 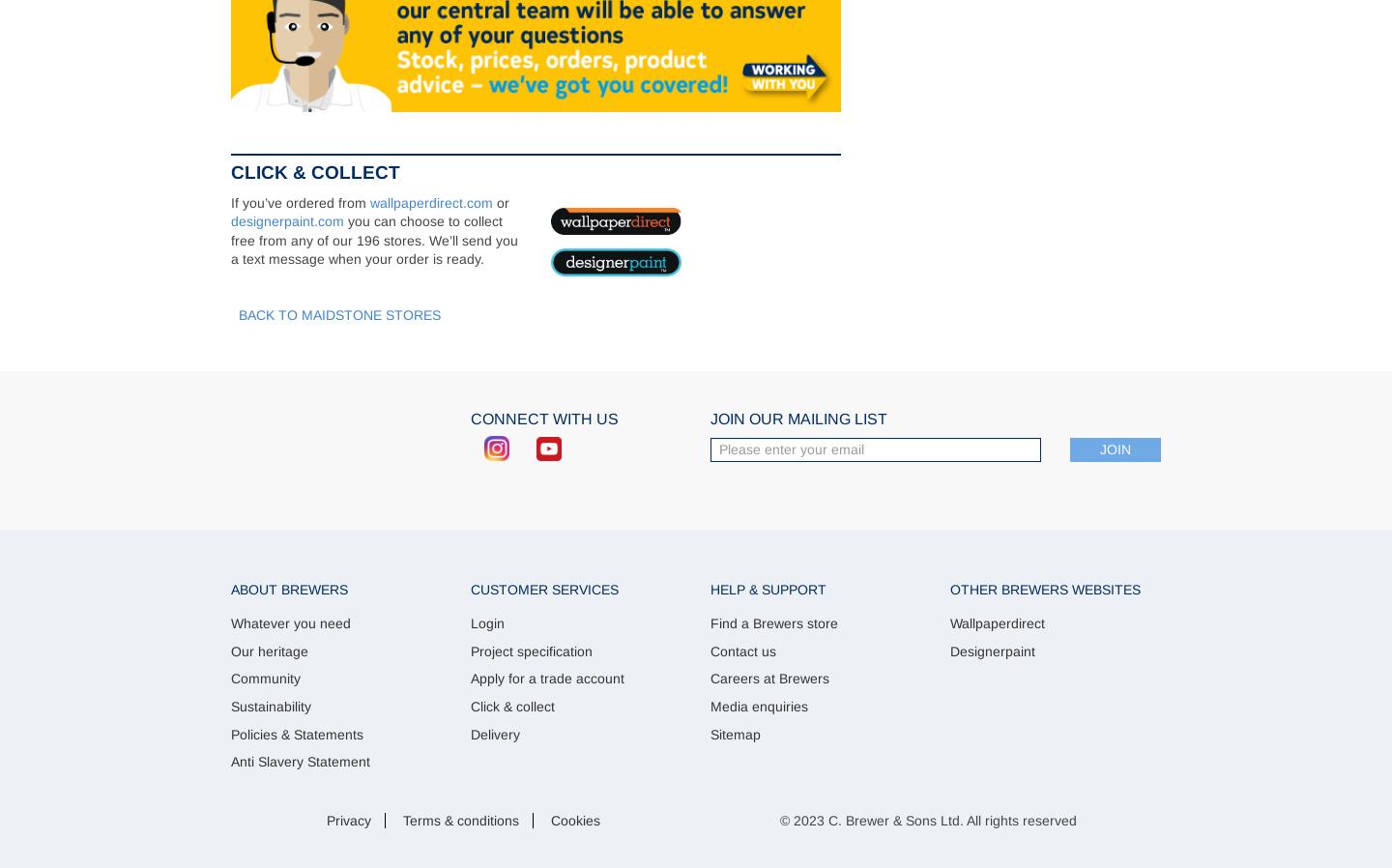 I want to click on 'Back to Maidstone Stores', so click(x=237, y=313).